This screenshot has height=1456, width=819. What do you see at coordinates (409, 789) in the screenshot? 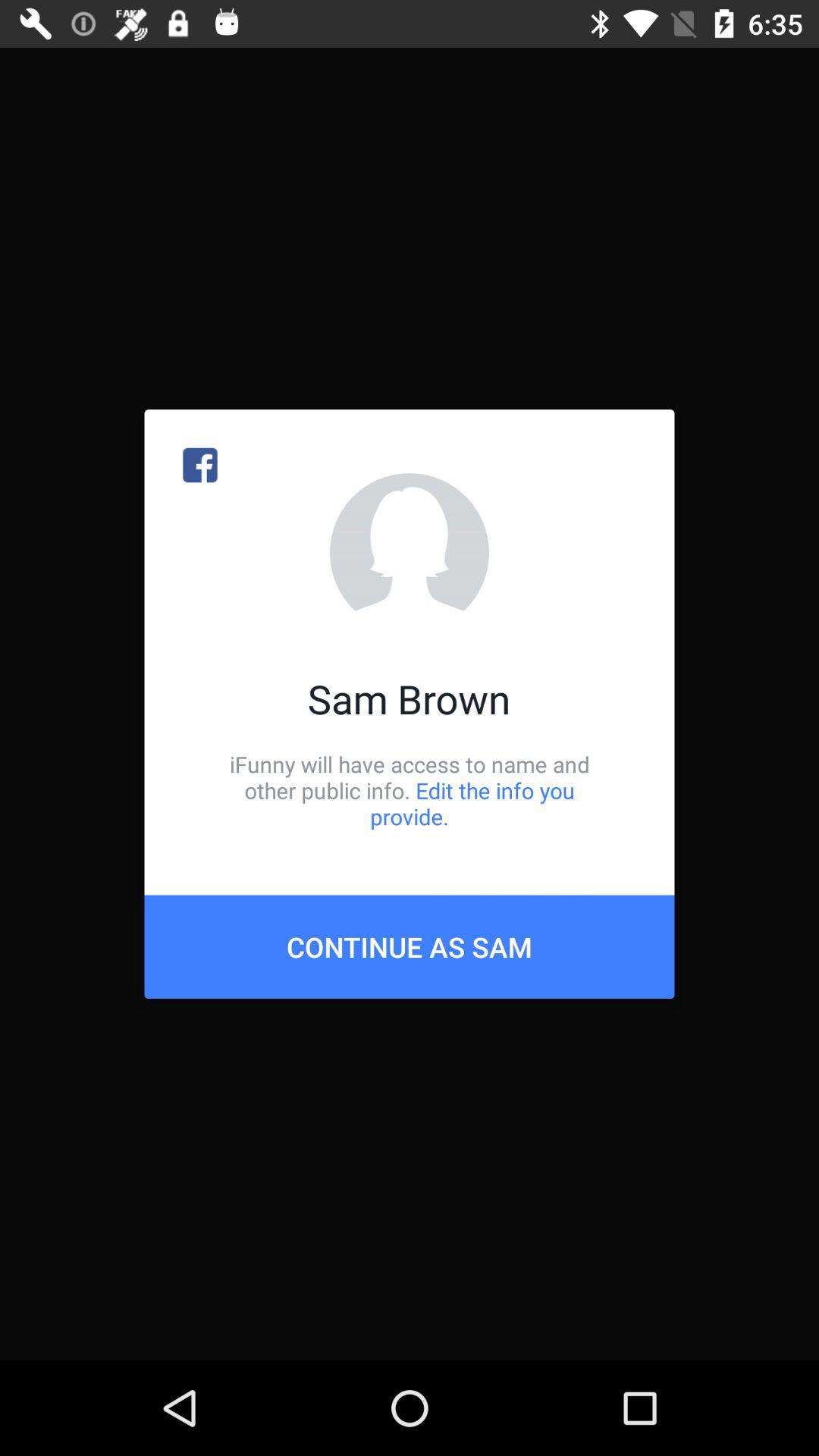
I see `the item above continue as sam icon` at bounding box center [409, 789].